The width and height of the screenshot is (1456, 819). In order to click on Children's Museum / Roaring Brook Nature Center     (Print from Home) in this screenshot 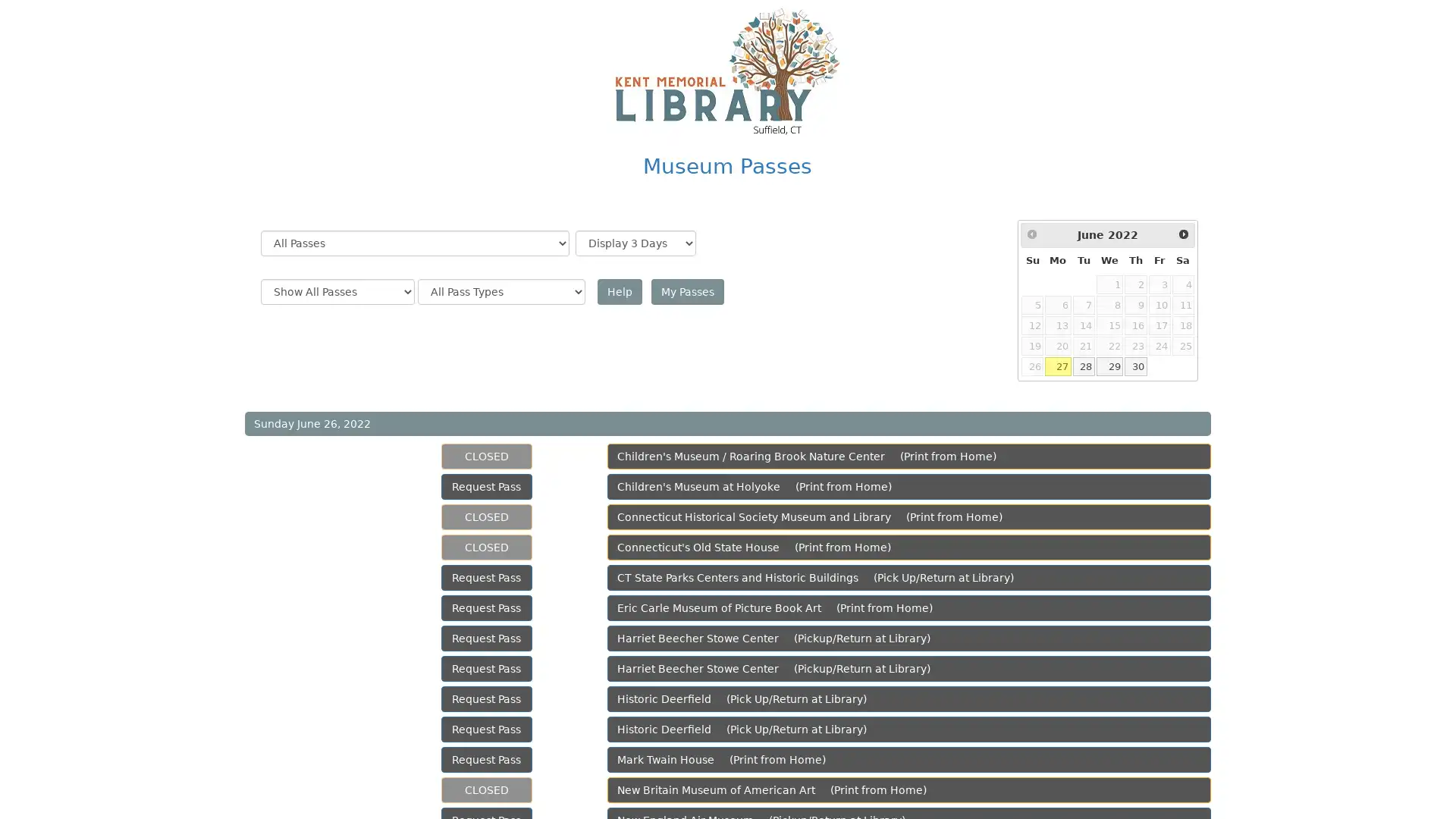, I will do `click(908, 455)`.